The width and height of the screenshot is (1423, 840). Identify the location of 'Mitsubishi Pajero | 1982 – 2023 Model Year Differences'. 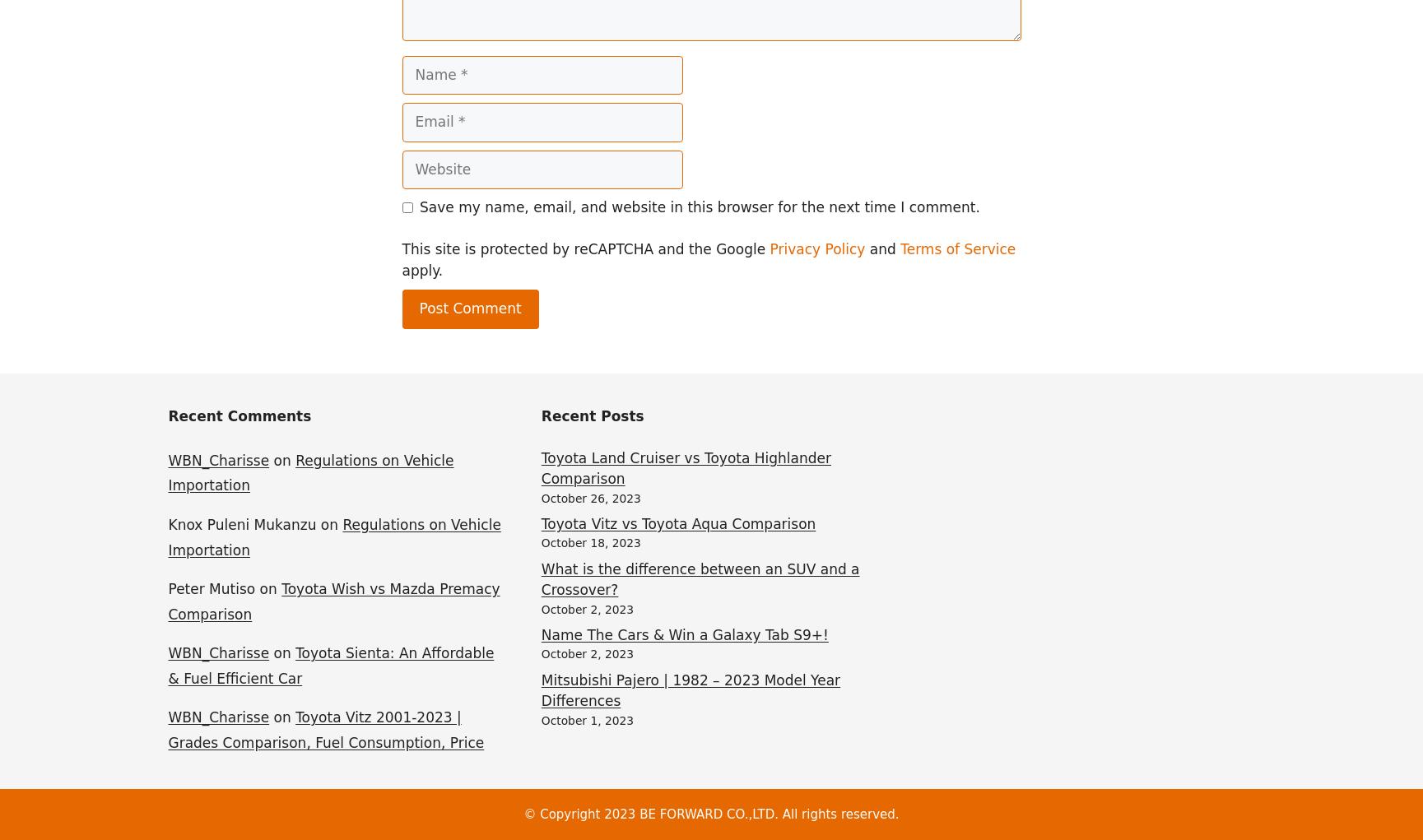
(540, 689).